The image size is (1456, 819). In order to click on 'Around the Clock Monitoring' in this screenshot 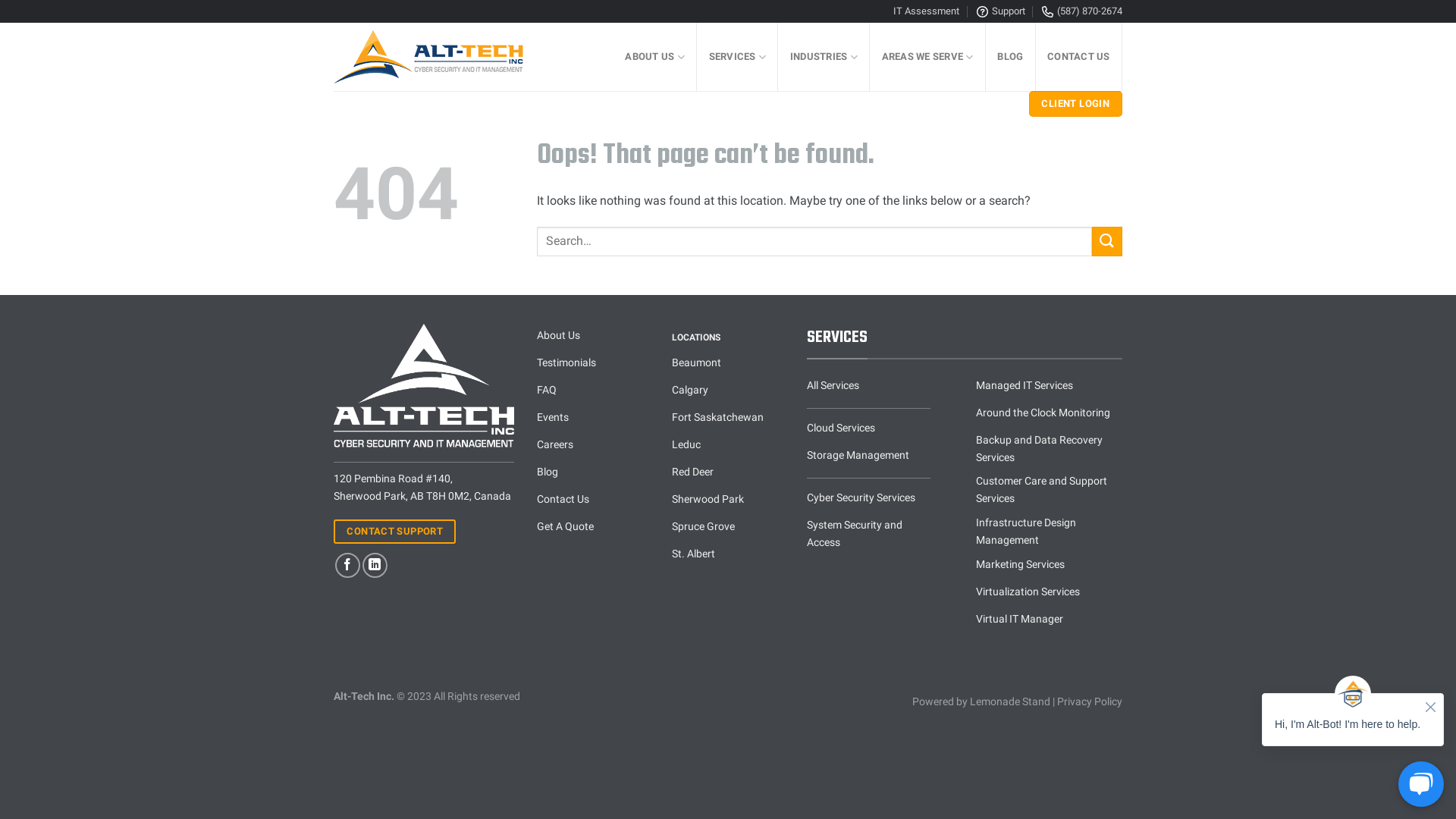, I will do `click(1048, 414)`.